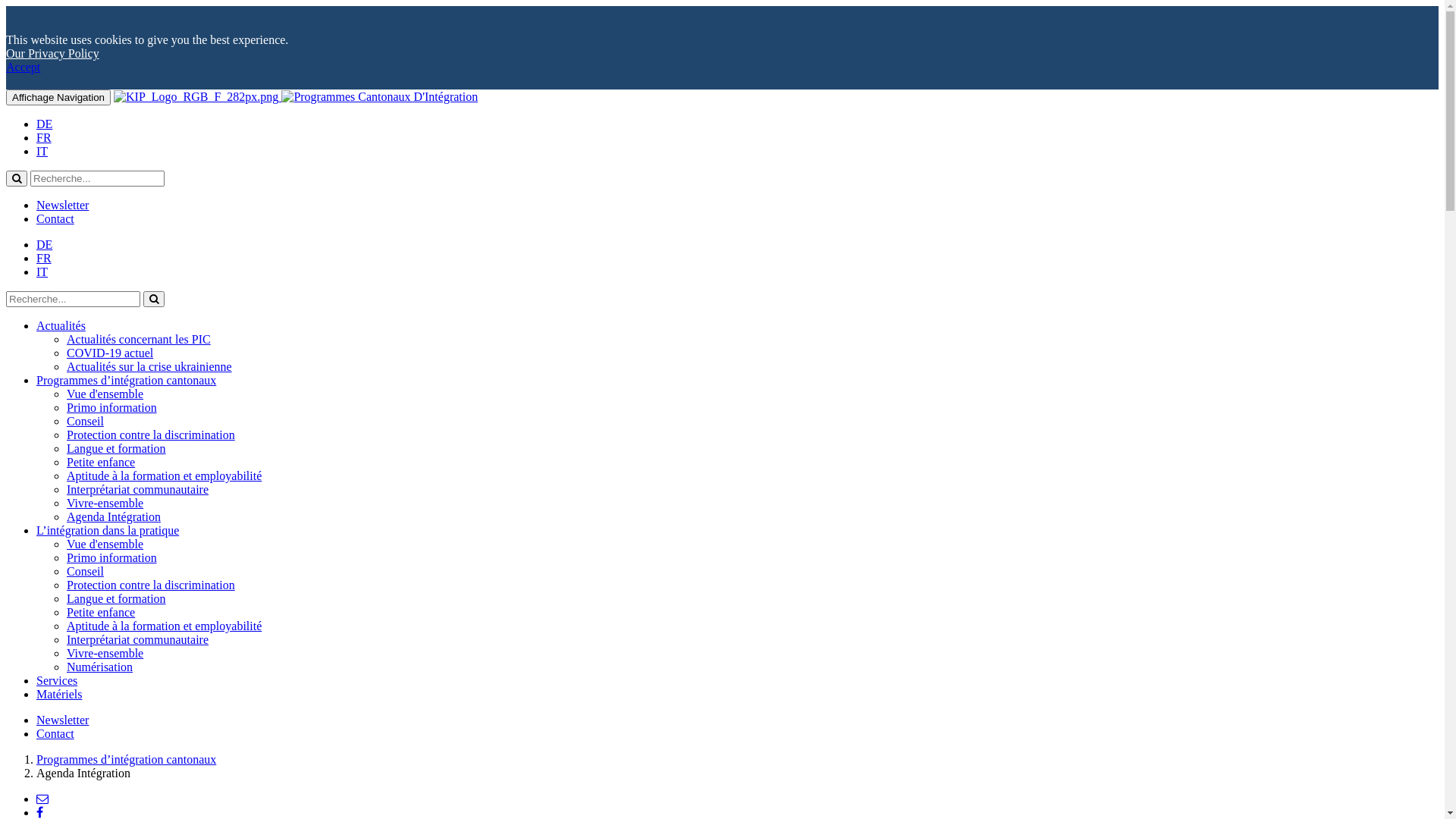 Image resolution: width=1456 pixels, height=819 pixels. Describe the element at coordinates (115, 598) in the screenshot. I see `'Langue et formation'` at that location.